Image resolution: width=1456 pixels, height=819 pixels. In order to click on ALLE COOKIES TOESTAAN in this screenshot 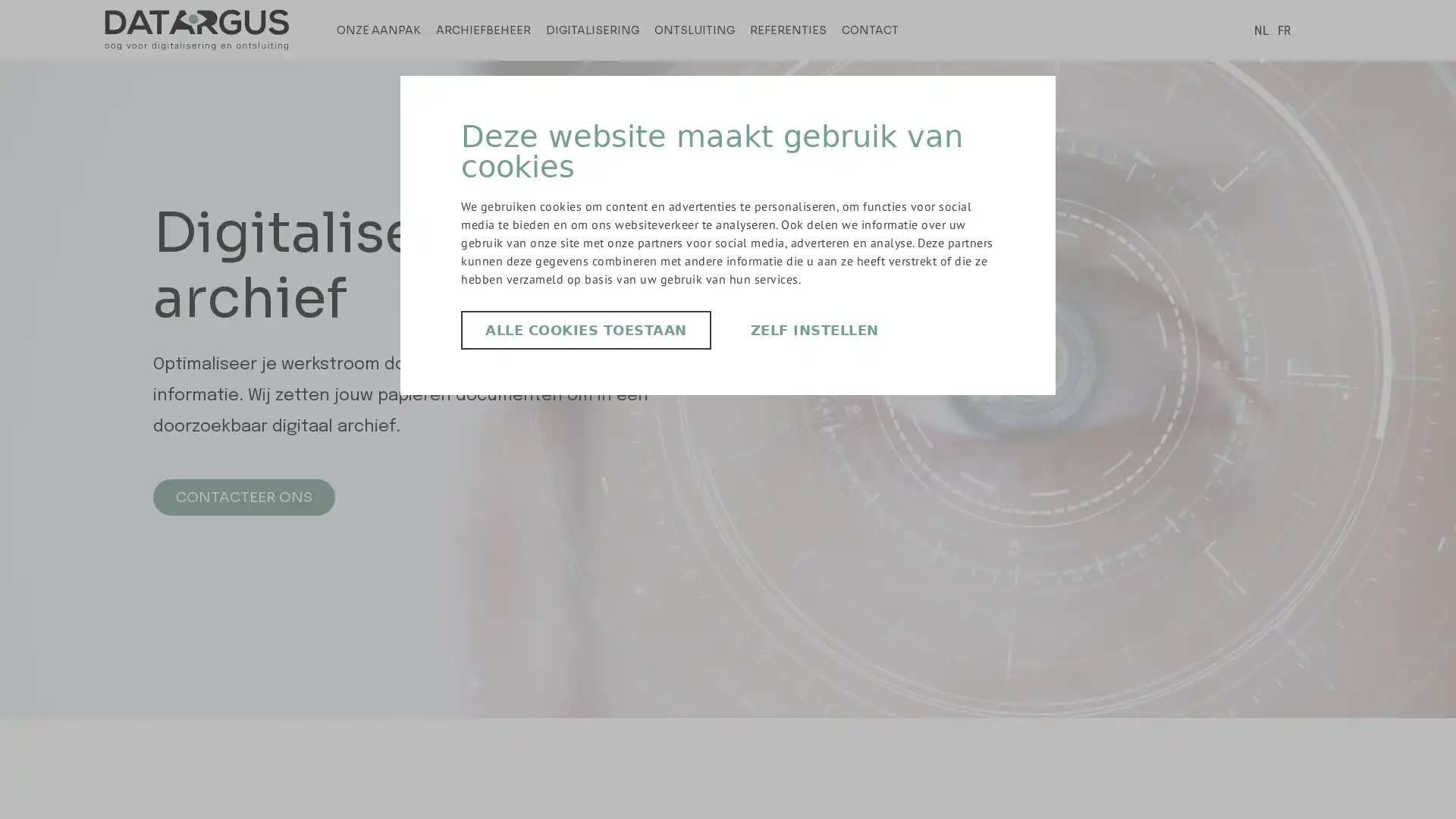, I will do `click(585, 329)`.